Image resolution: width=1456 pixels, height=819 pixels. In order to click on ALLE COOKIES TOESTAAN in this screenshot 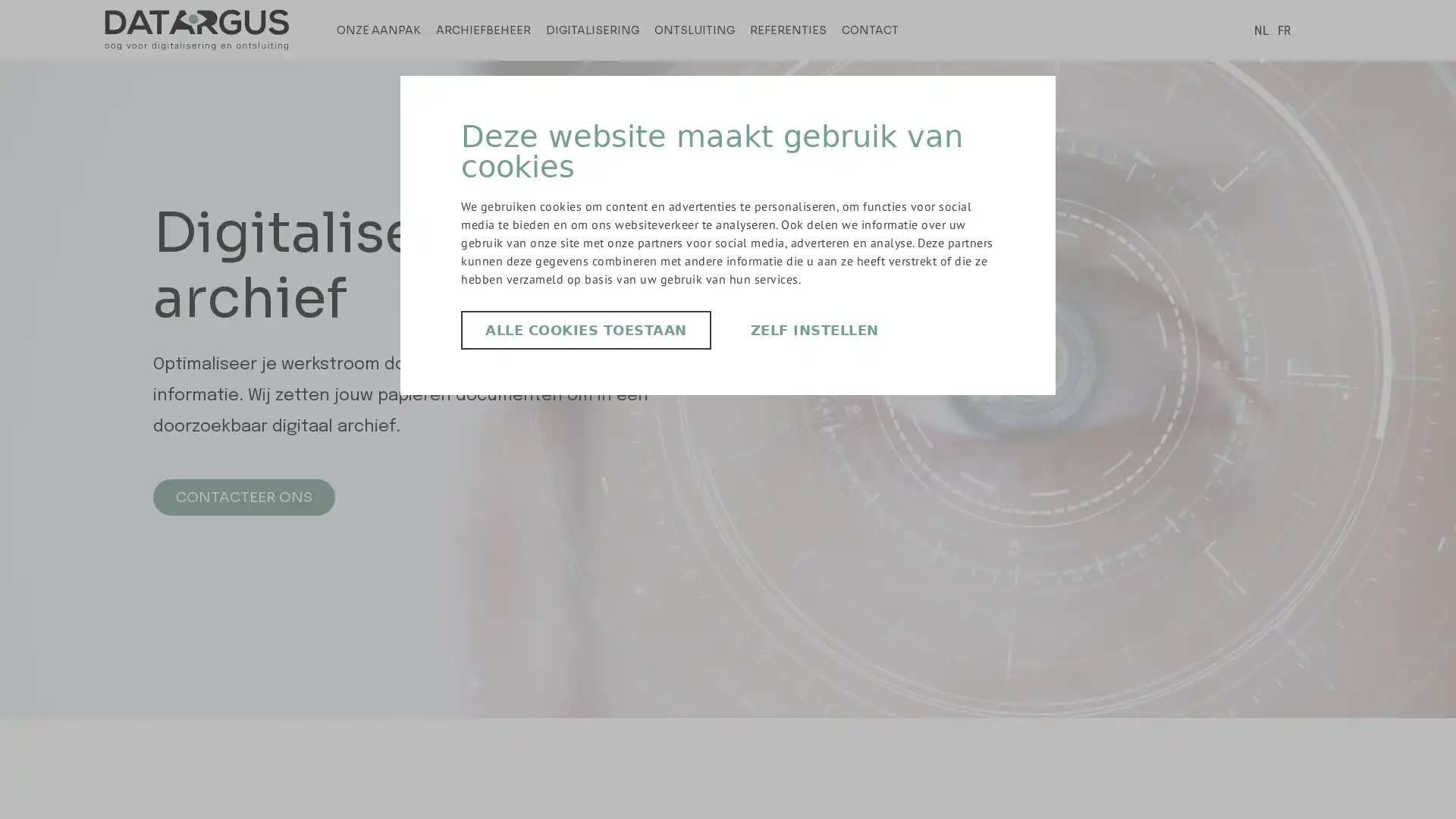, I will do `click(585, 329)`.